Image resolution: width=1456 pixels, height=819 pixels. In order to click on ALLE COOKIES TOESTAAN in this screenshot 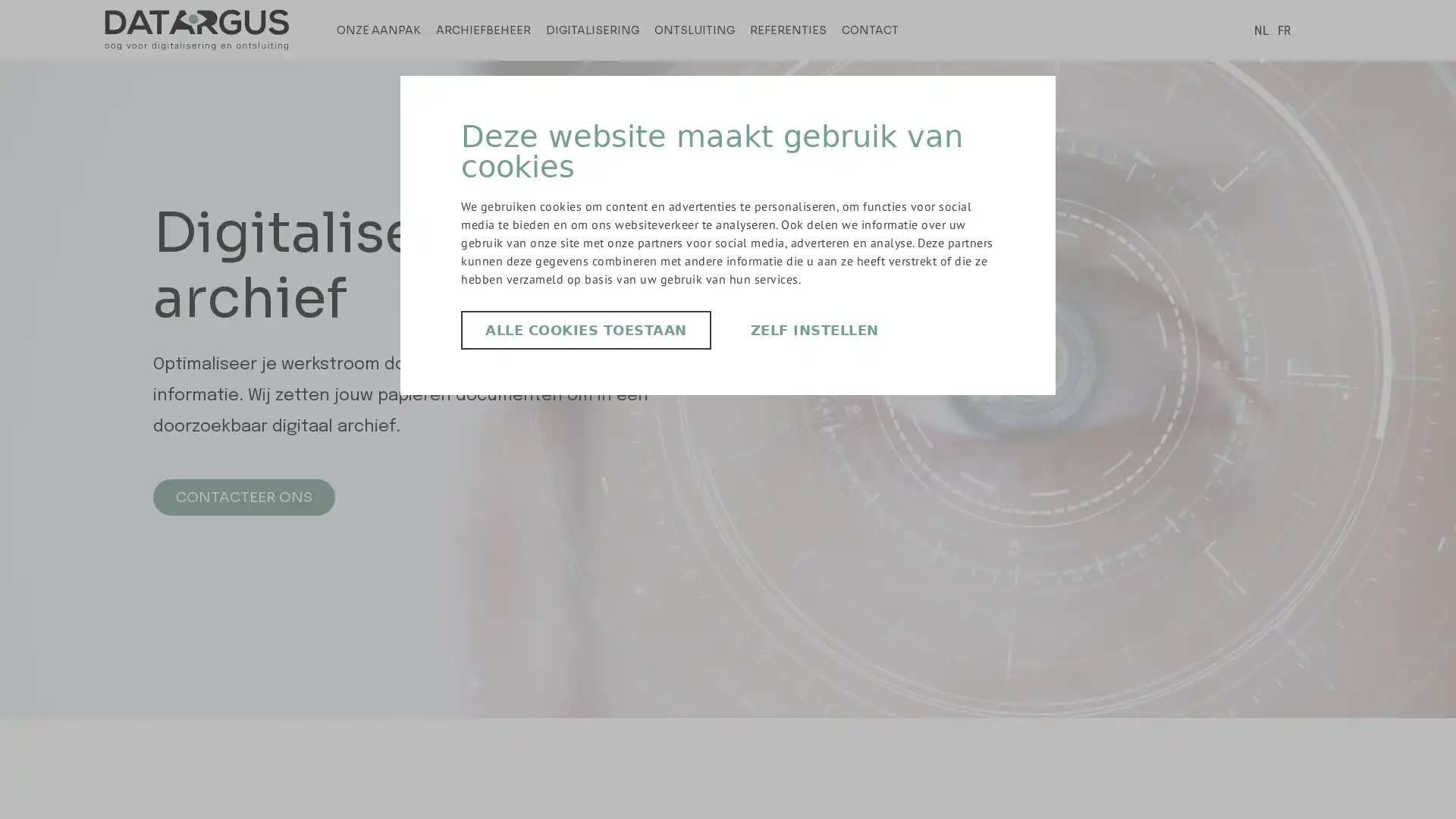, I will do `click(585, 329)`.